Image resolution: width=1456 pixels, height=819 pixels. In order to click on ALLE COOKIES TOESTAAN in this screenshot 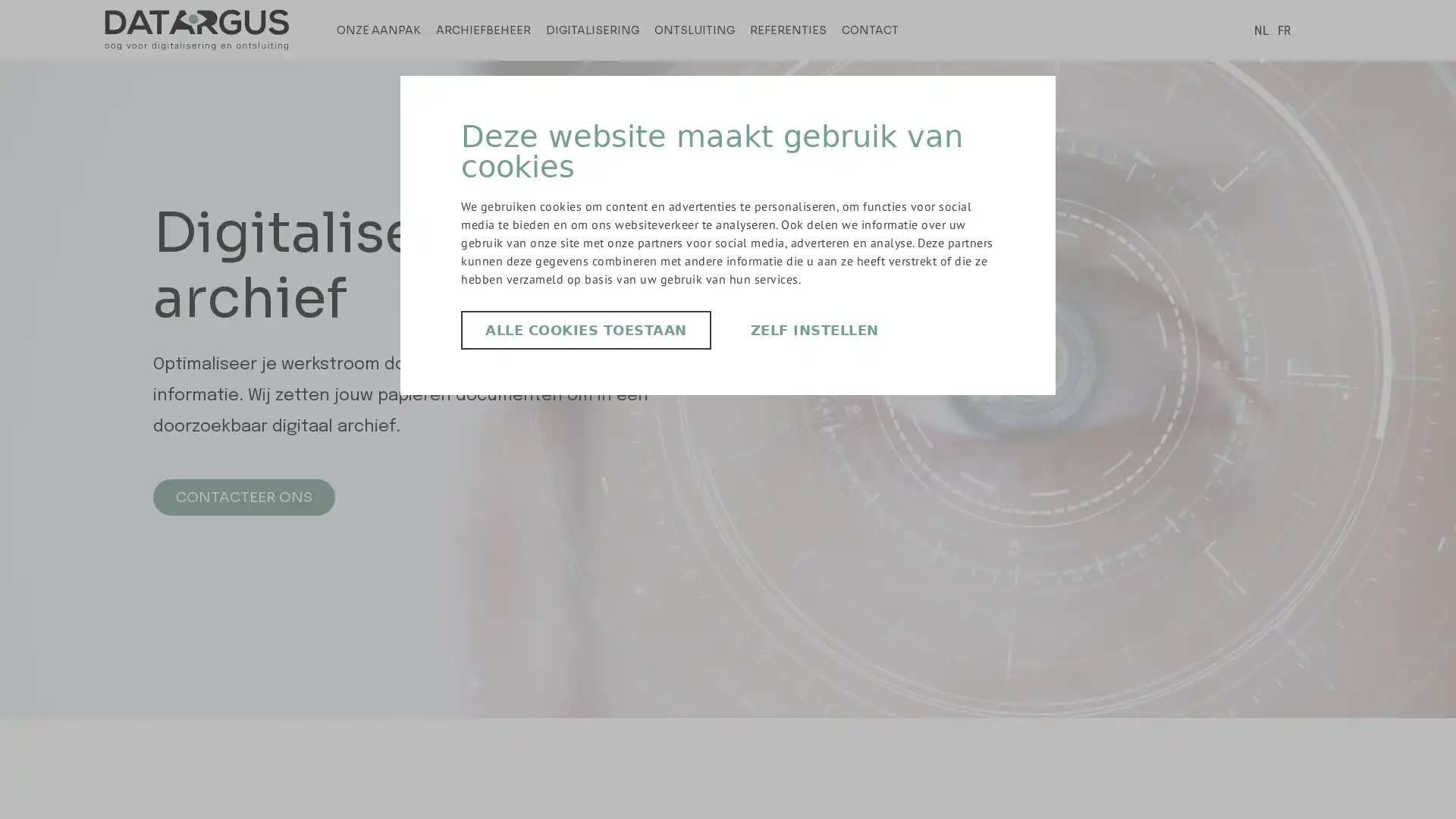, I will do `click(585, 329)`.